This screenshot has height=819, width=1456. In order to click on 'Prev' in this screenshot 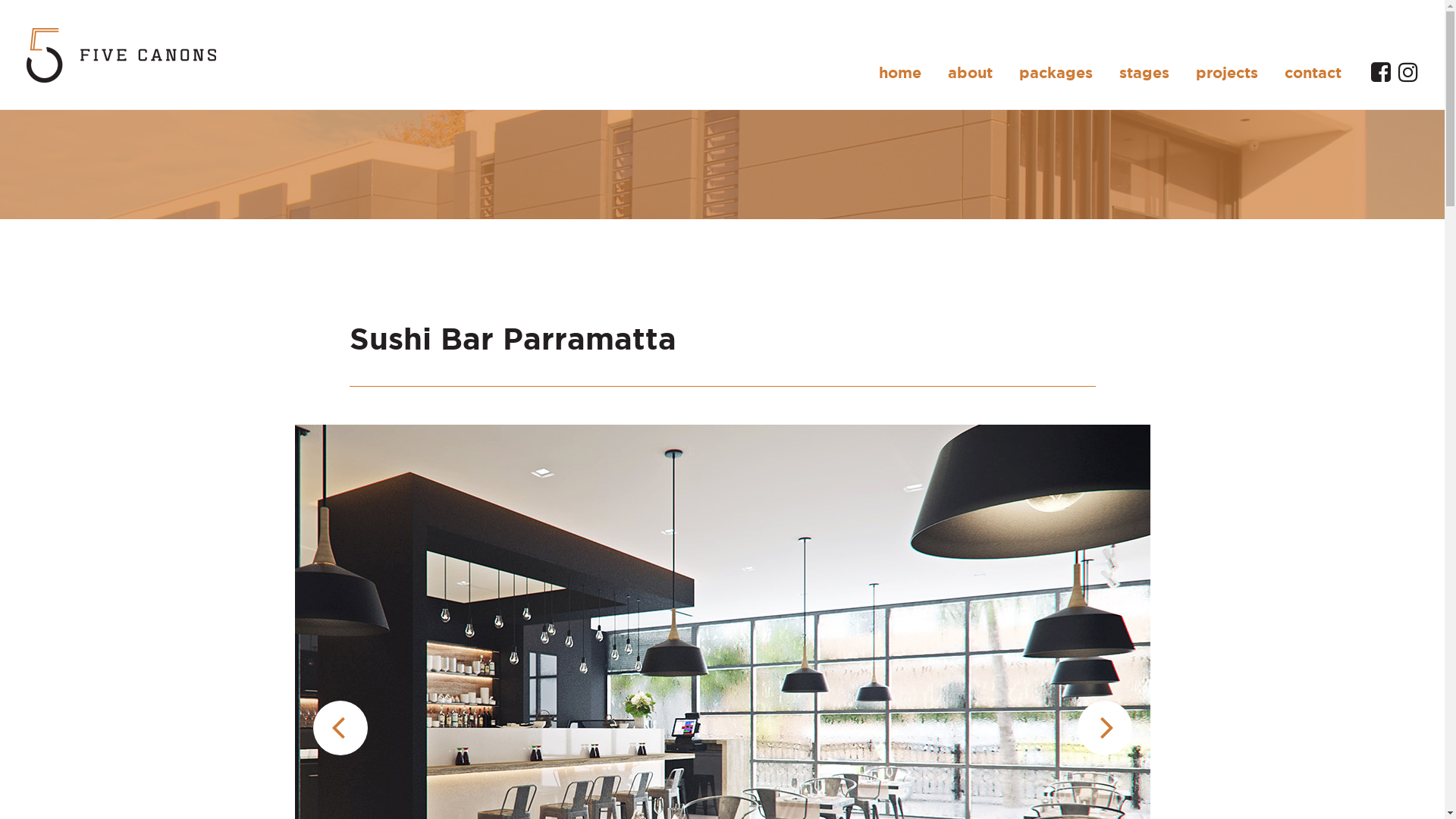, I will do `click(312, 727)`.